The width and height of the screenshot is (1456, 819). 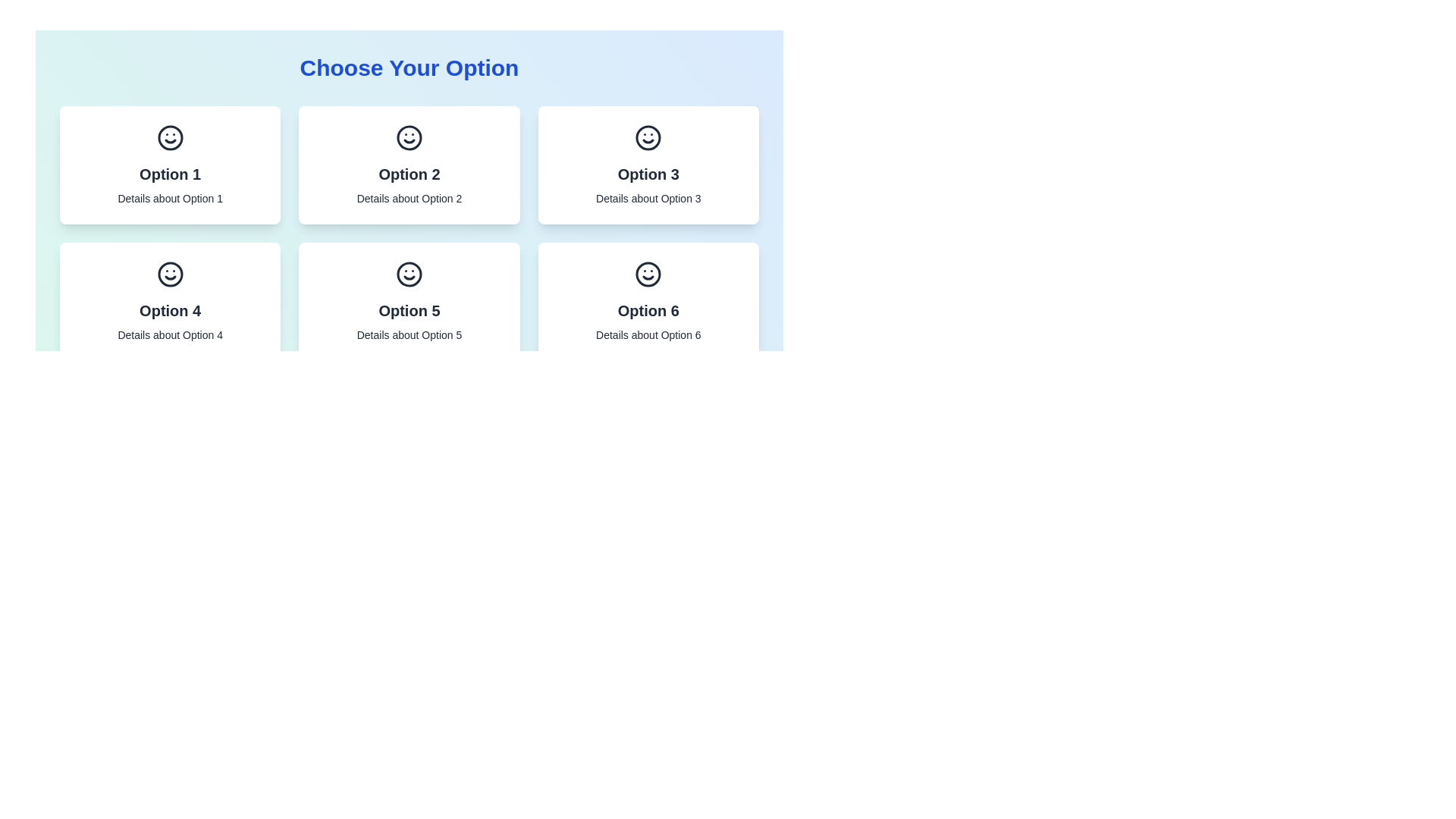 I want to click on the circular outline of the smiley icon, which represents the outer border within the top-left card labeled 'Option 1' in a grid of options, so click(x=170, y=137).